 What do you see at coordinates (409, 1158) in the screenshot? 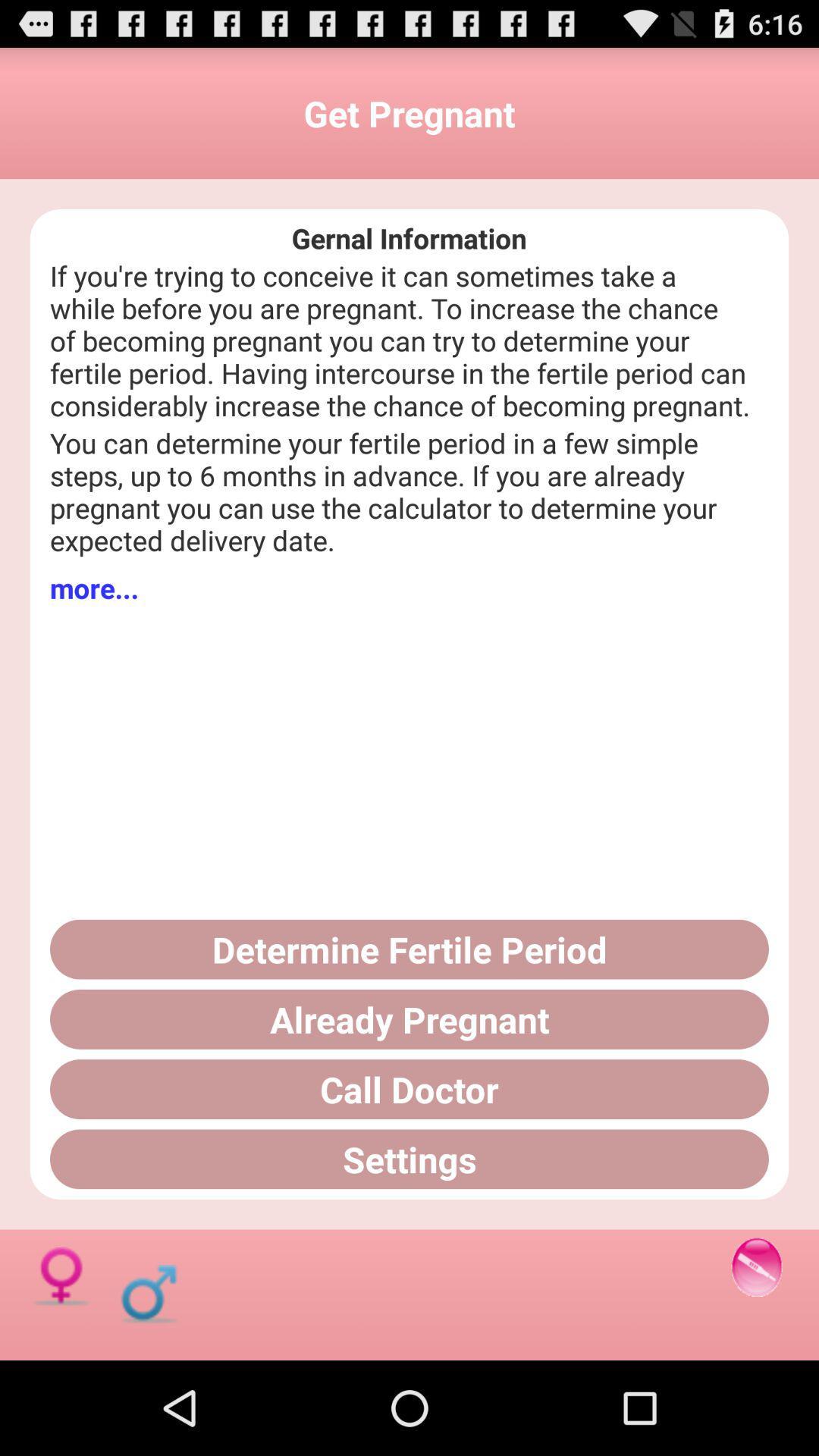
I see `the button below the call doctor button` at bounding box center [409, 1158].